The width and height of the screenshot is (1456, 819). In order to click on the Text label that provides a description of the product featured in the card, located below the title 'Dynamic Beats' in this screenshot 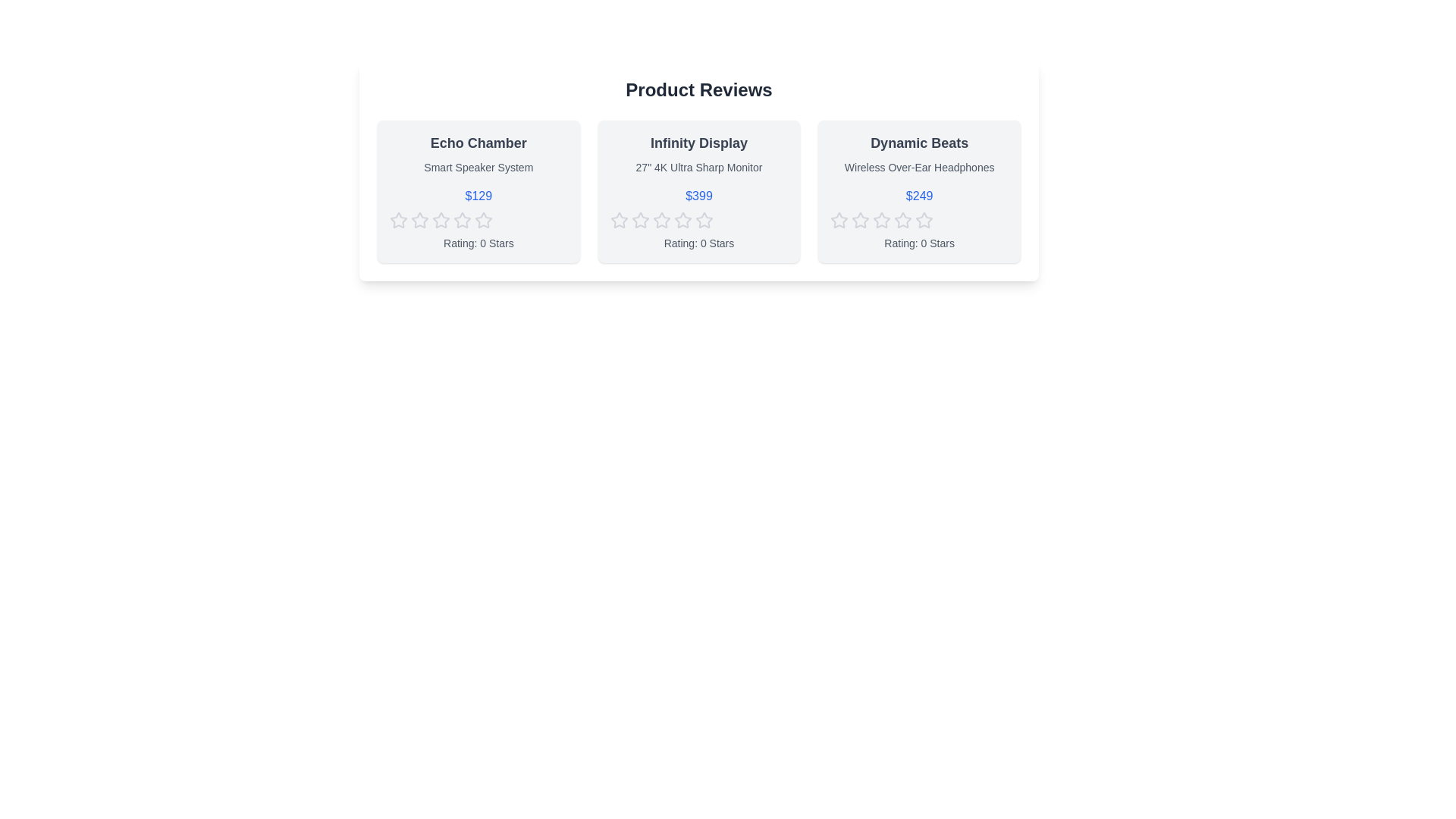, I will do `click(918, 167)`.